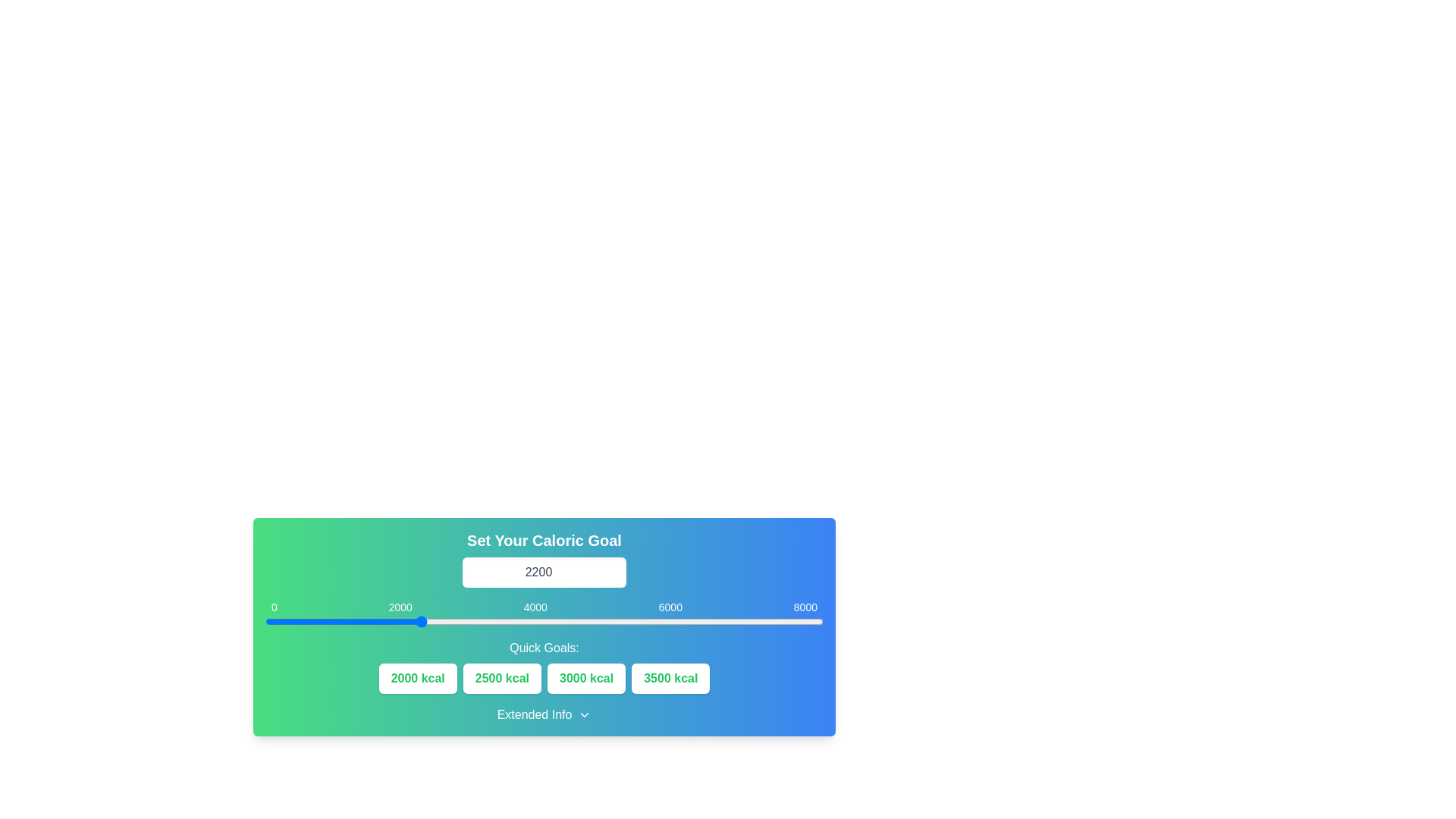 The width and height of the screenshot is (1456, 819). What do you see at coordinates (544, 622) in the screenshot?
I see `the track of the horizontal slider component to set the knob position, which is currently at the numerical label '2000'` at bounding box center [544, 622].